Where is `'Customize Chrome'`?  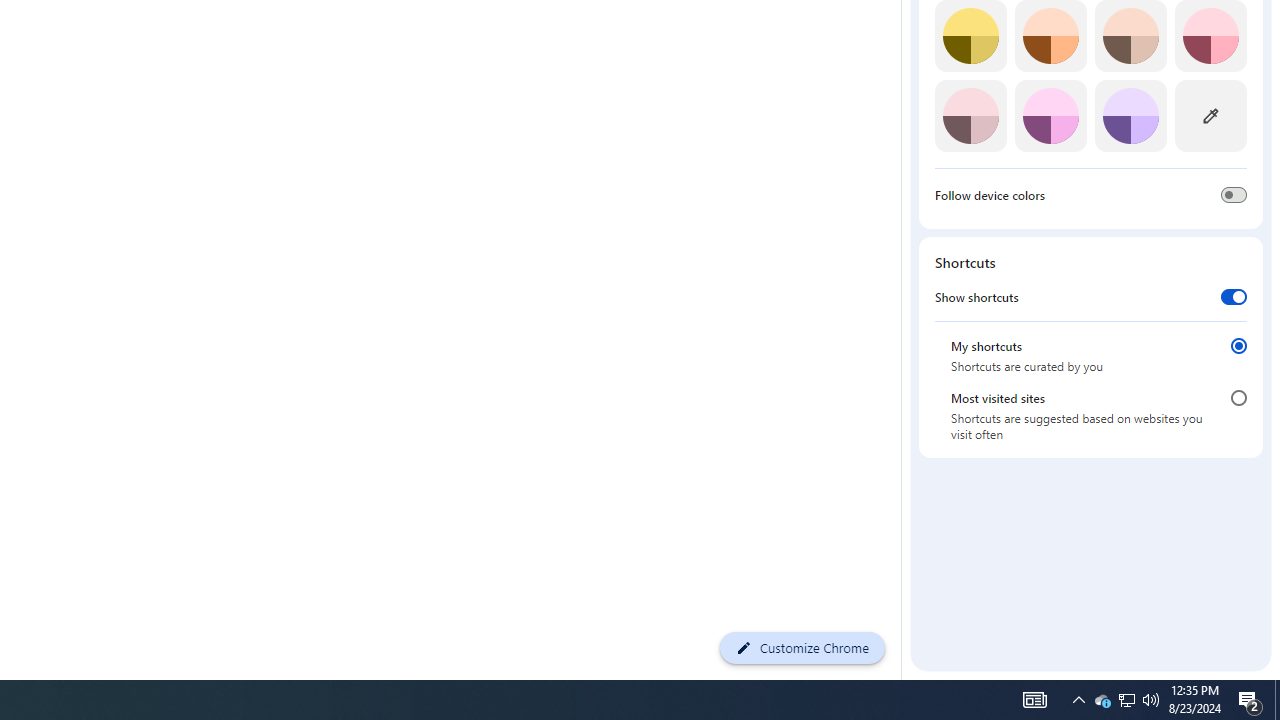 'Customize Chrome' is located at coordinates (801, 648).